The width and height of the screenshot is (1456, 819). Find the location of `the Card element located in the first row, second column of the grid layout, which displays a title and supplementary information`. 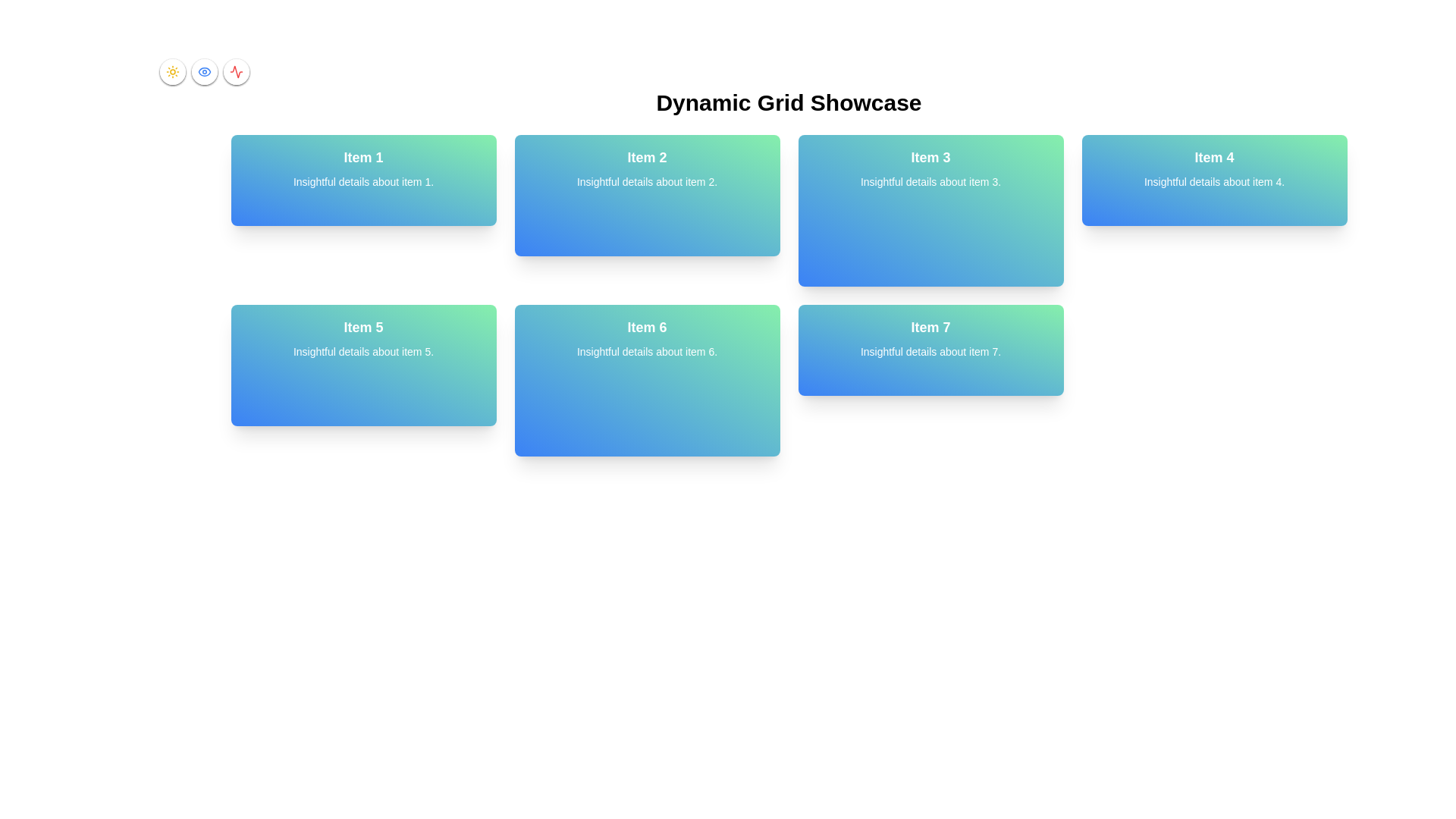

the Card element located in the first row, second column of the grid layout, which displays a title and supplementary information is located at coordinates (647, 195).